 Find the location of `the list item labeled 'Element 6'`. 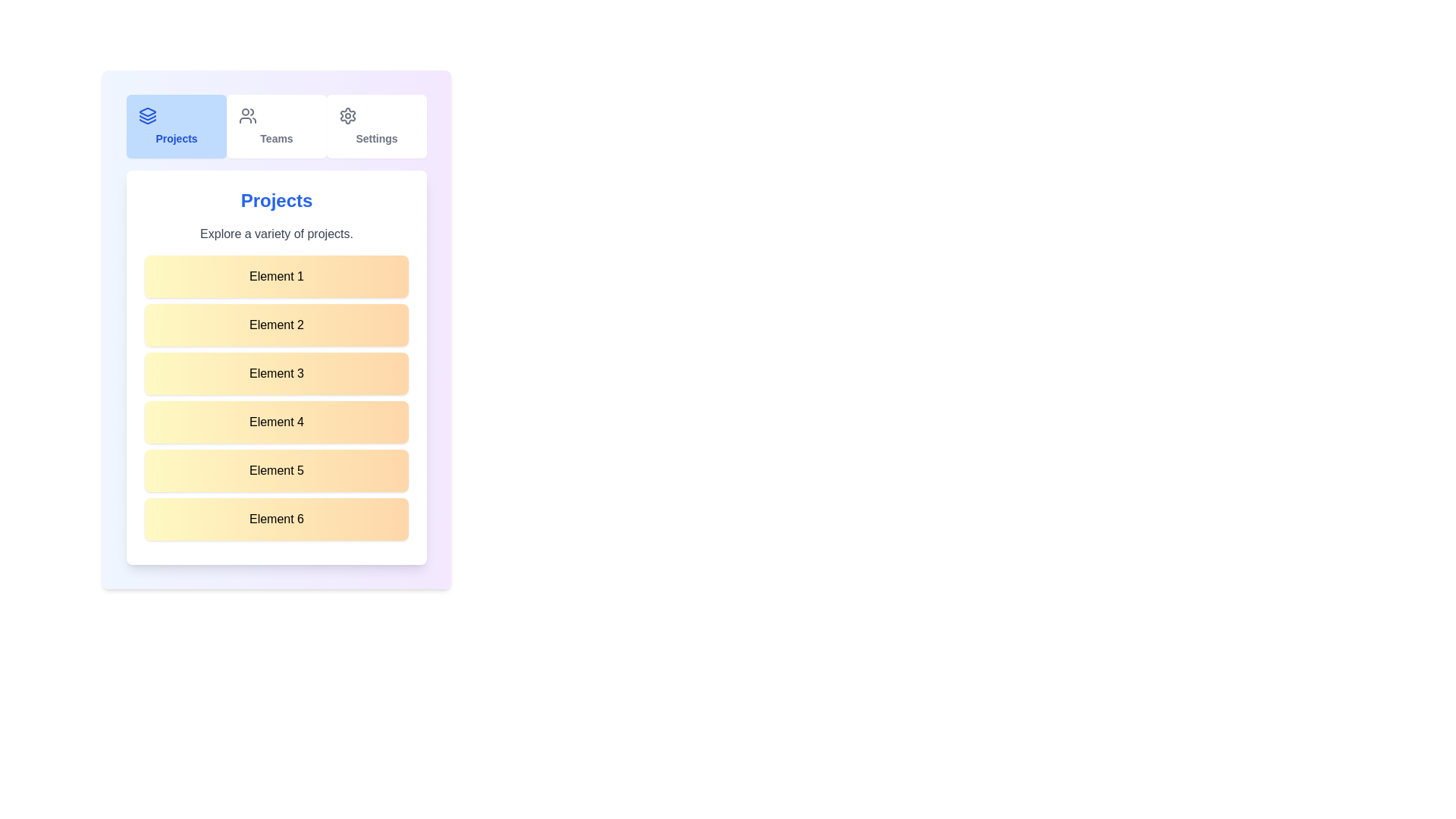

the list item labeled 'Element 6' is located at coordinates (276, 519).